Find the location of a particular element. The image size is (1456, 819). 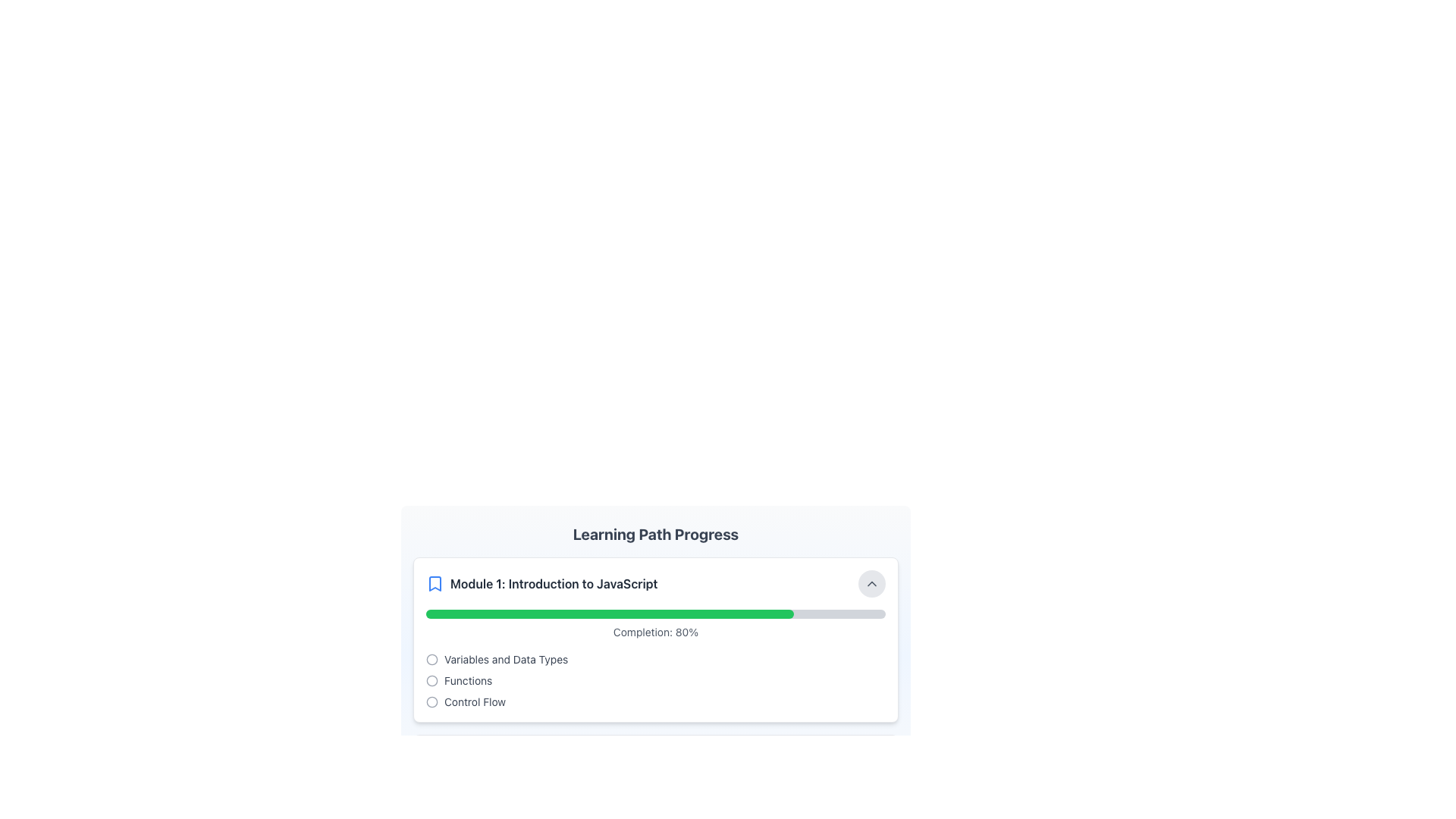

the static text label that reads 'Completion: 80%', which is located centrally at the bottom of the progress bar in the learning module card is located at coordinates (655, 632).